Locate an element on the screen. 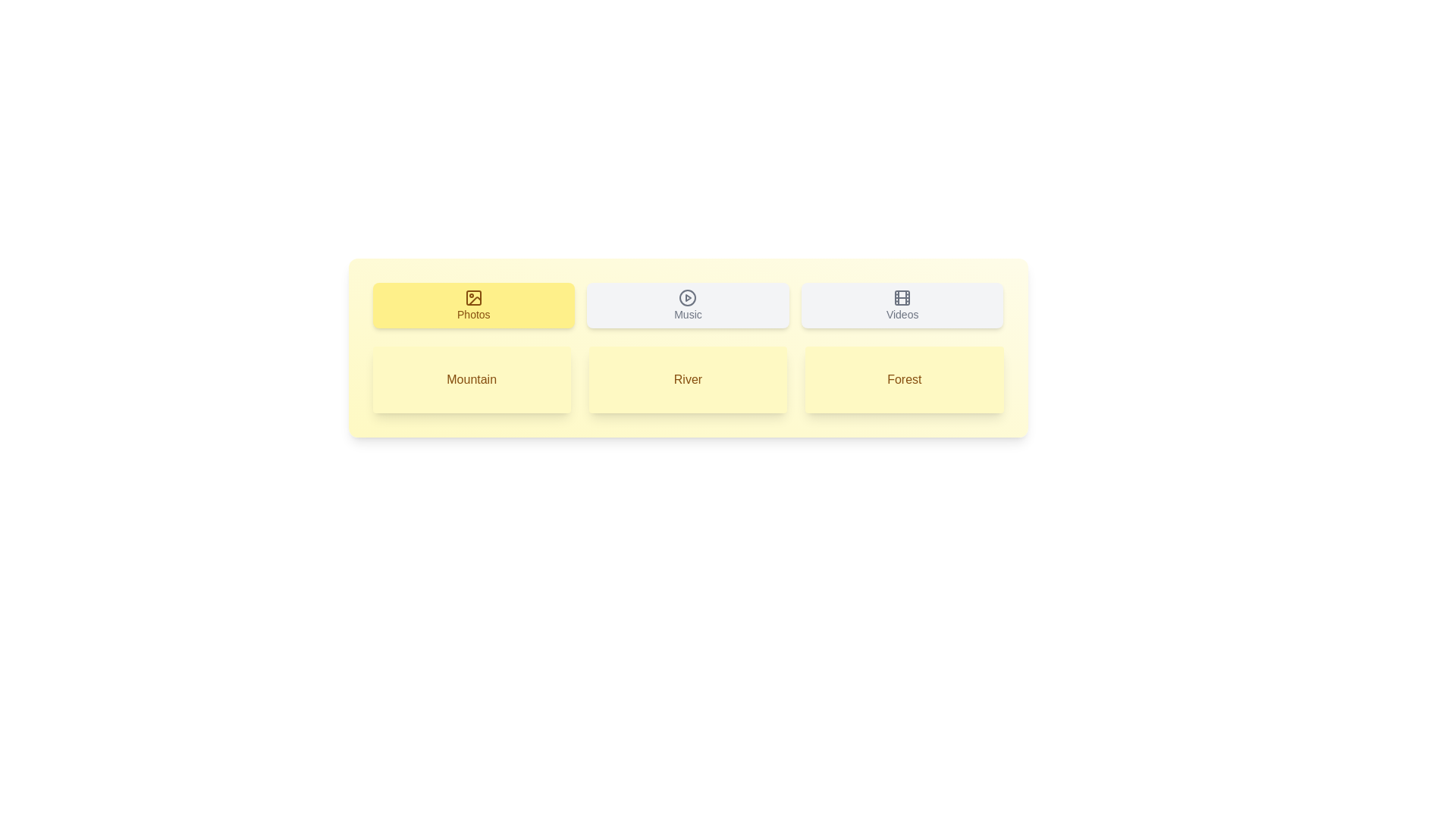 This screenshot has width=1456, height=819. the Photos tab to view its content is located at coordinates (472, 305).